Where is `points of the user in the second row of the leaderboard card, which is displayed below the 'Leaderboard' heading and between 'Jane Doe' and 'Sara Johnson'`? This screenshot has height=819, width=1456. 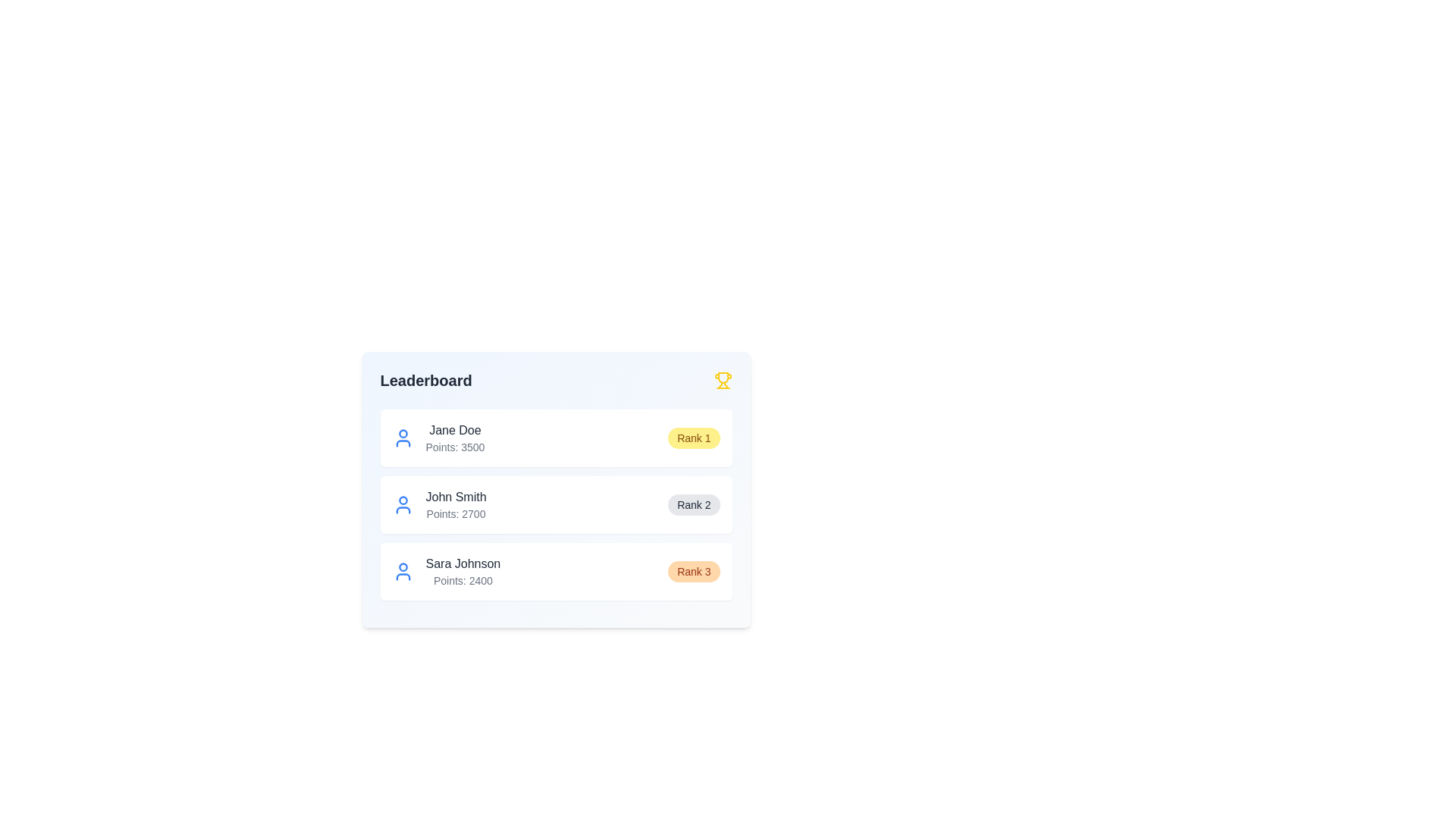
points of the user in the second row of the leaderboard card, which is displayed below the 'Leaderboard' heading and between 'Jane Doe' and 'Sara Johnson' is located at coordinates (555, 503).